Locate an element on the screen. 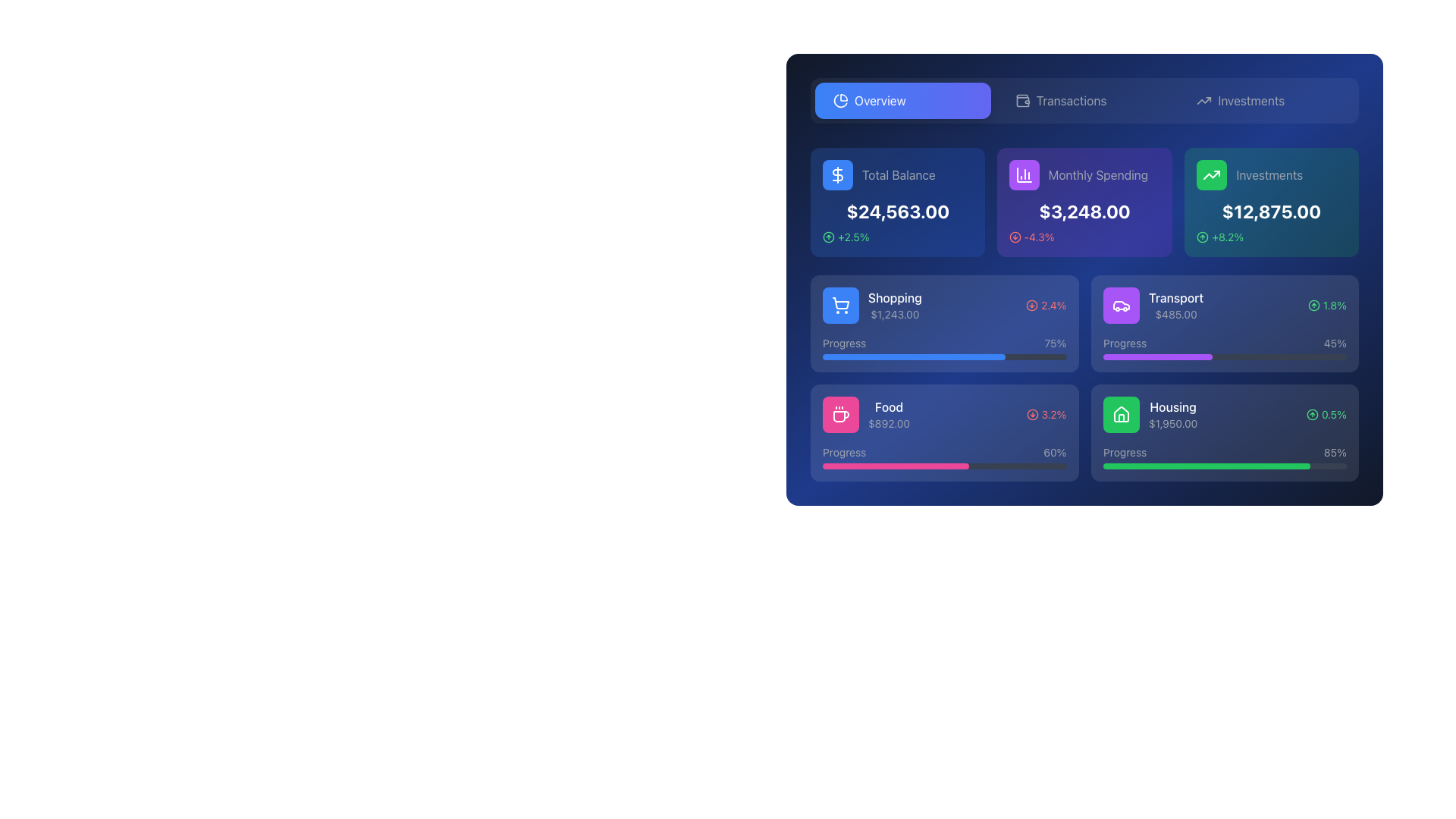 The width and height of the screenshot is (1456, 819). the house icon located at the bottom-right of the 'Housing' summary card, which features a triangular roof and rectangular base, along with a door or window in its center is located at coordinates (1121, 414).